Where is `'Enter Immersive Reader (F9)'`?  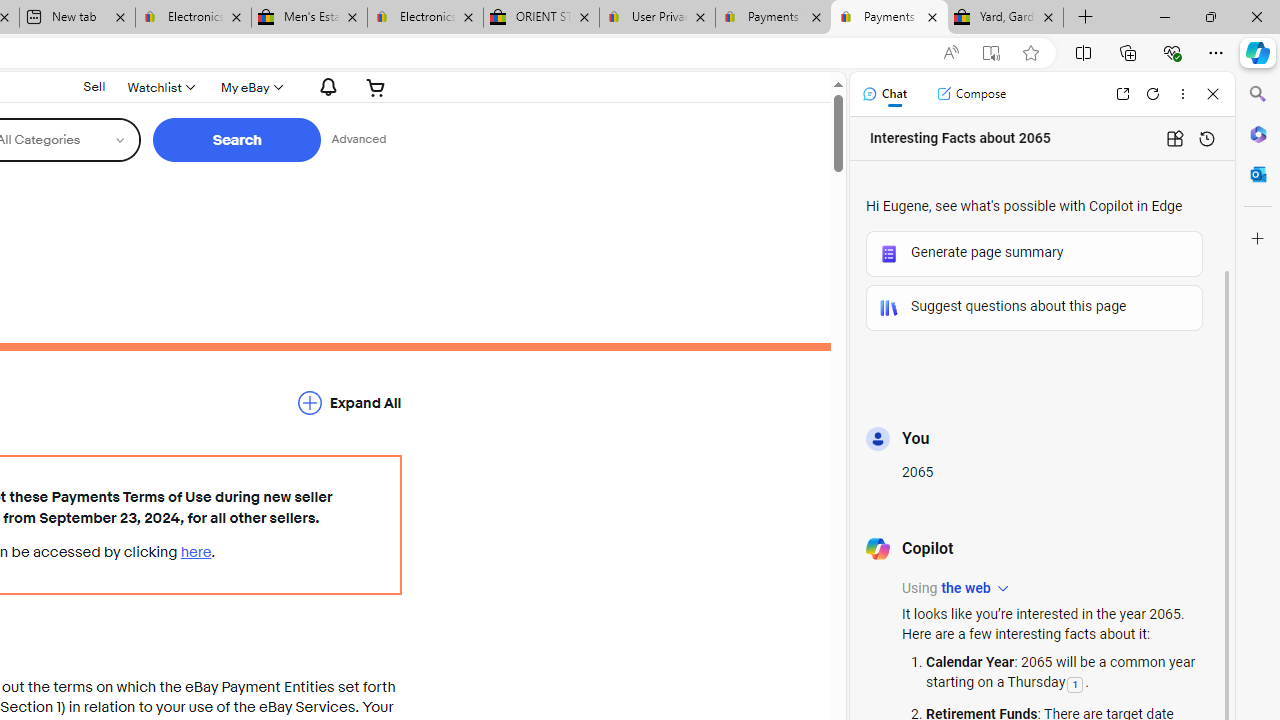 'Enter Immersive Reader (F9)' is located at coordinates (991, 52).